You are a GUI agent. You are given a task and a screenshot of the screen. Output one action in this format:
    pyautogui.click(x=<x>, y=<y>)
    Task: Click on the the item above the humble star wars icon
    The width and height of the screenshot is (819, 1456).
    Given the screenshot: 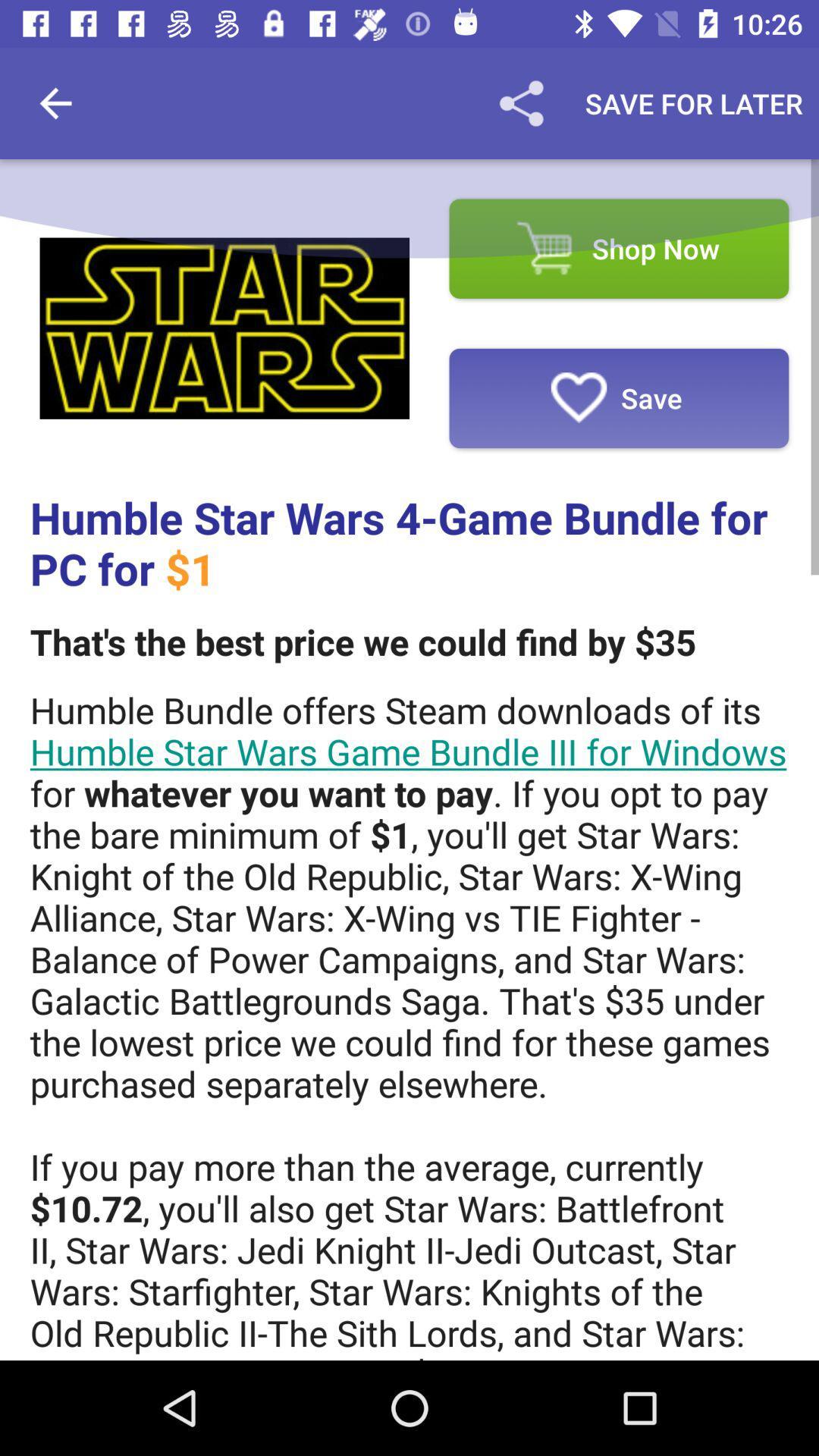 What is the action you would take?
    pyautogui.click(x=224, y=328)
    